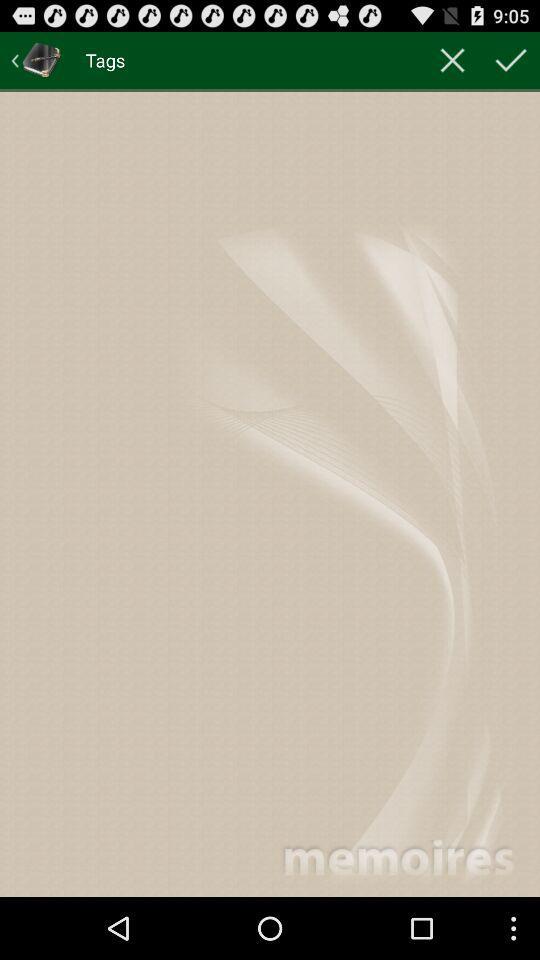 This screenshot has width=540, height=960. Describe the element at coordinates (452, 64) in the screenshot. I see `the close icon` at that location.